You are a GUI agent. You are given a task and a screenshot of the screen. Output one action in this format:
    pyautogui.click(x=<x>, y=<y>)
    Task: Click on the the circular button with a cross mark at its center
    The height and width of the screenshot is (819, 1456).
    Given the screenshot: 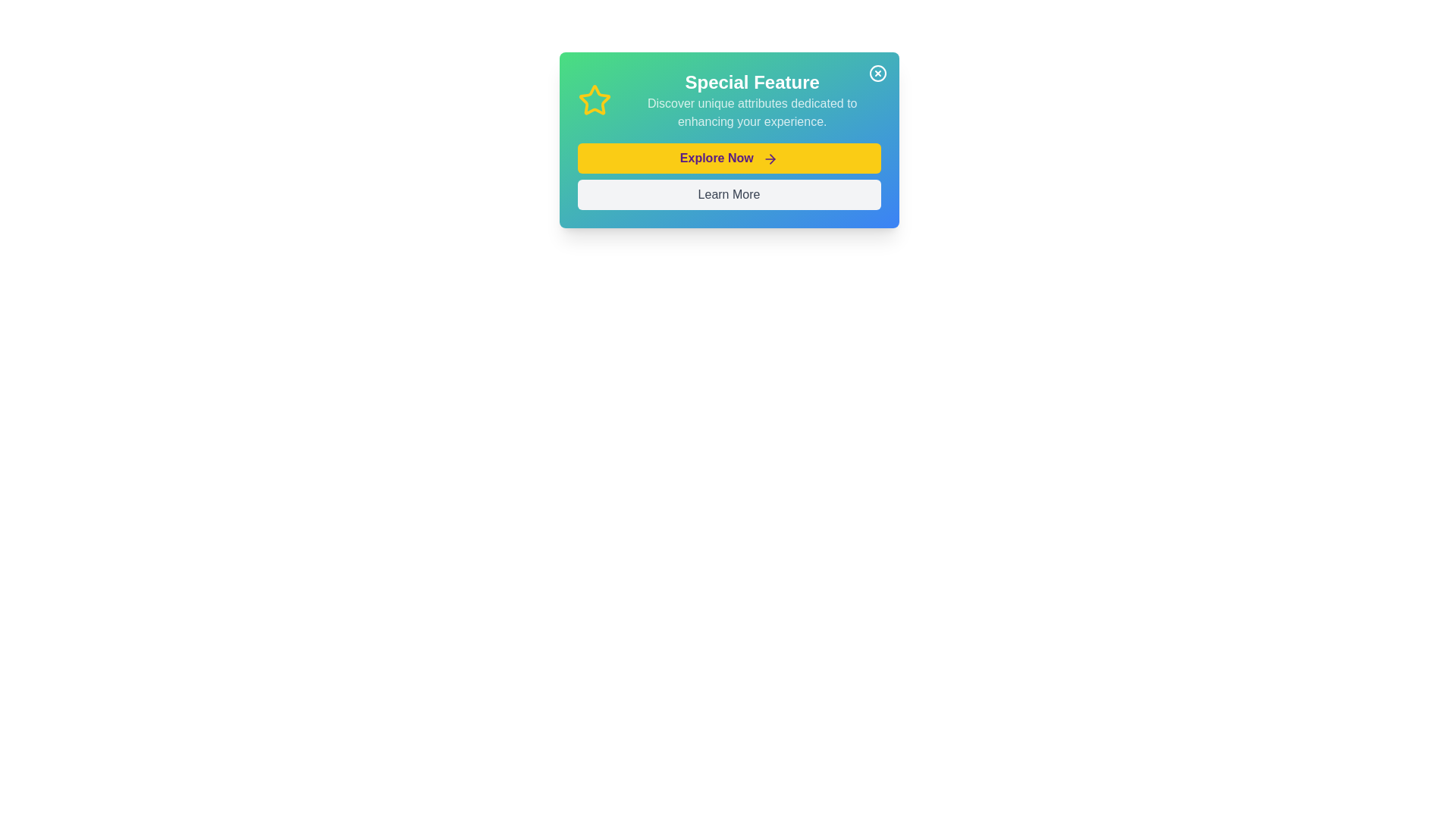 What is the action you would take?
    pyautogui.click(x=877, y=73)
    